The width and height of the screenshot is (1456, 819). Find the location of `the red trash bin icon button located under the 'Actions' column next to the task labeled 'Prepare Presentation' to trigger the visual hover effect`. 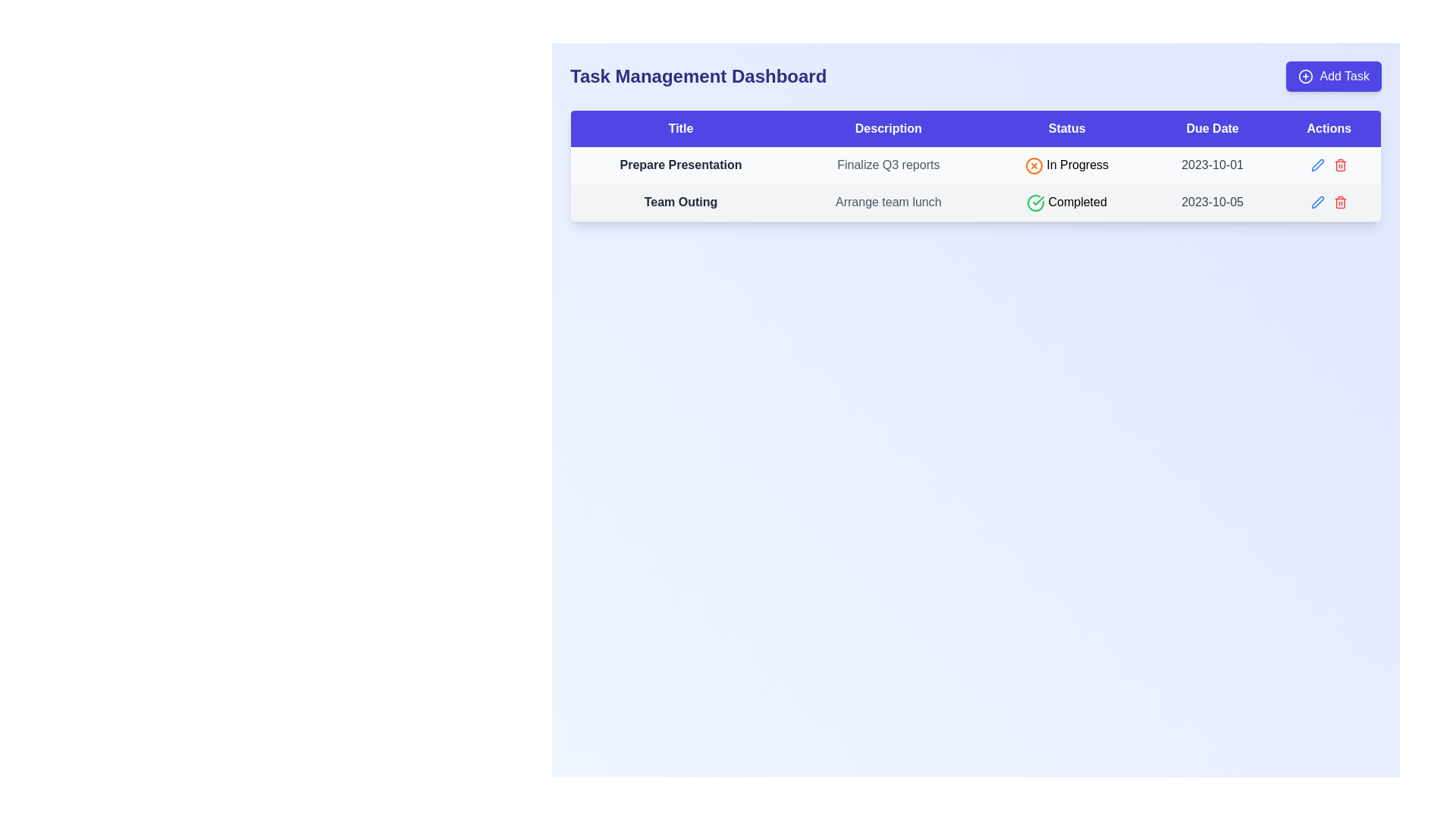

the red trash bin icon button located under the 'Actions' column next to the task labeled 'Prepare Presentation' to trigger the visual hover effect is located at coordinates (1340, 202).